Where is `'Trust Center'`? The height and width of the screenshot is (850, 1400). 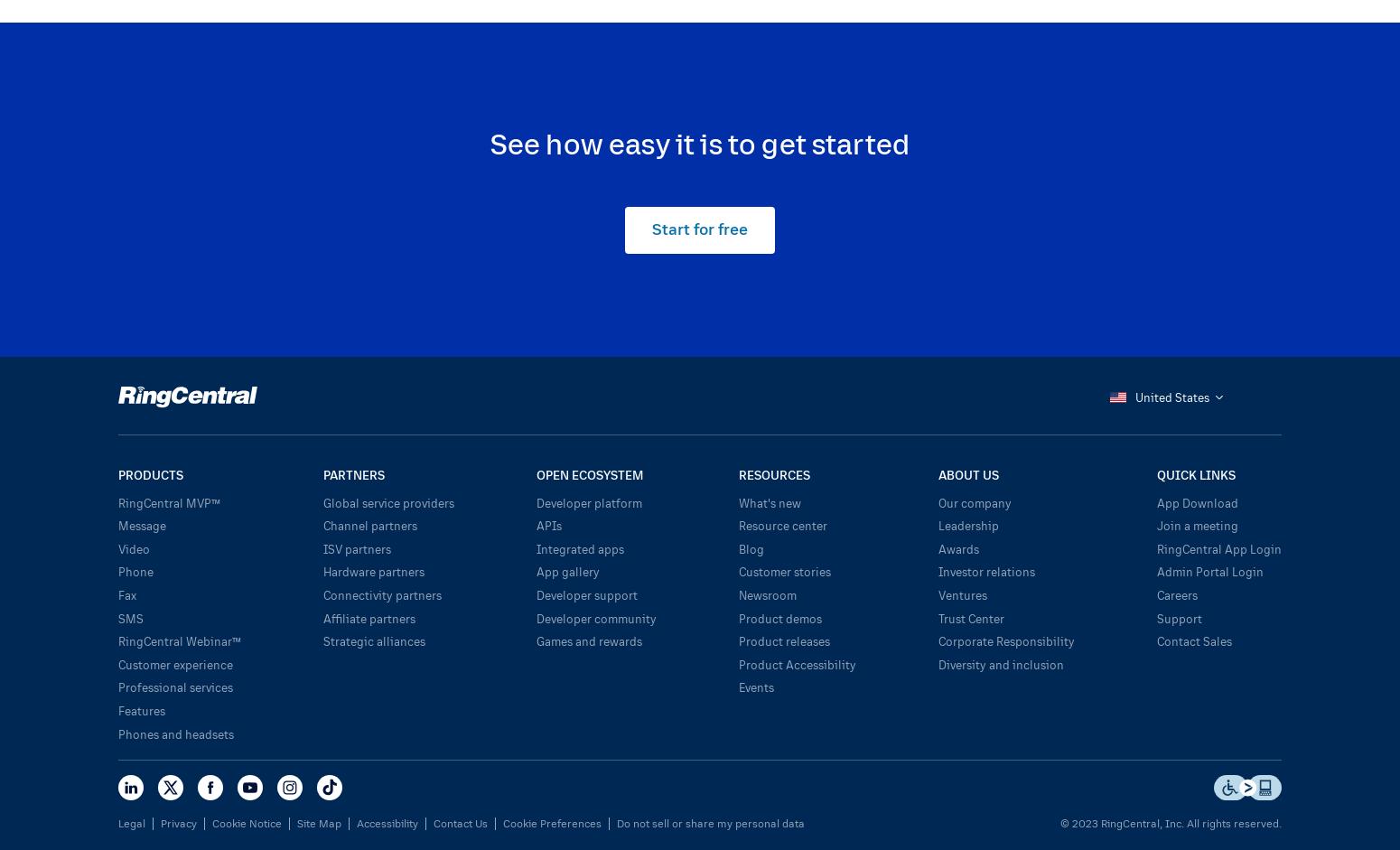 'Trust Center' is located at coordinates (971, 617).